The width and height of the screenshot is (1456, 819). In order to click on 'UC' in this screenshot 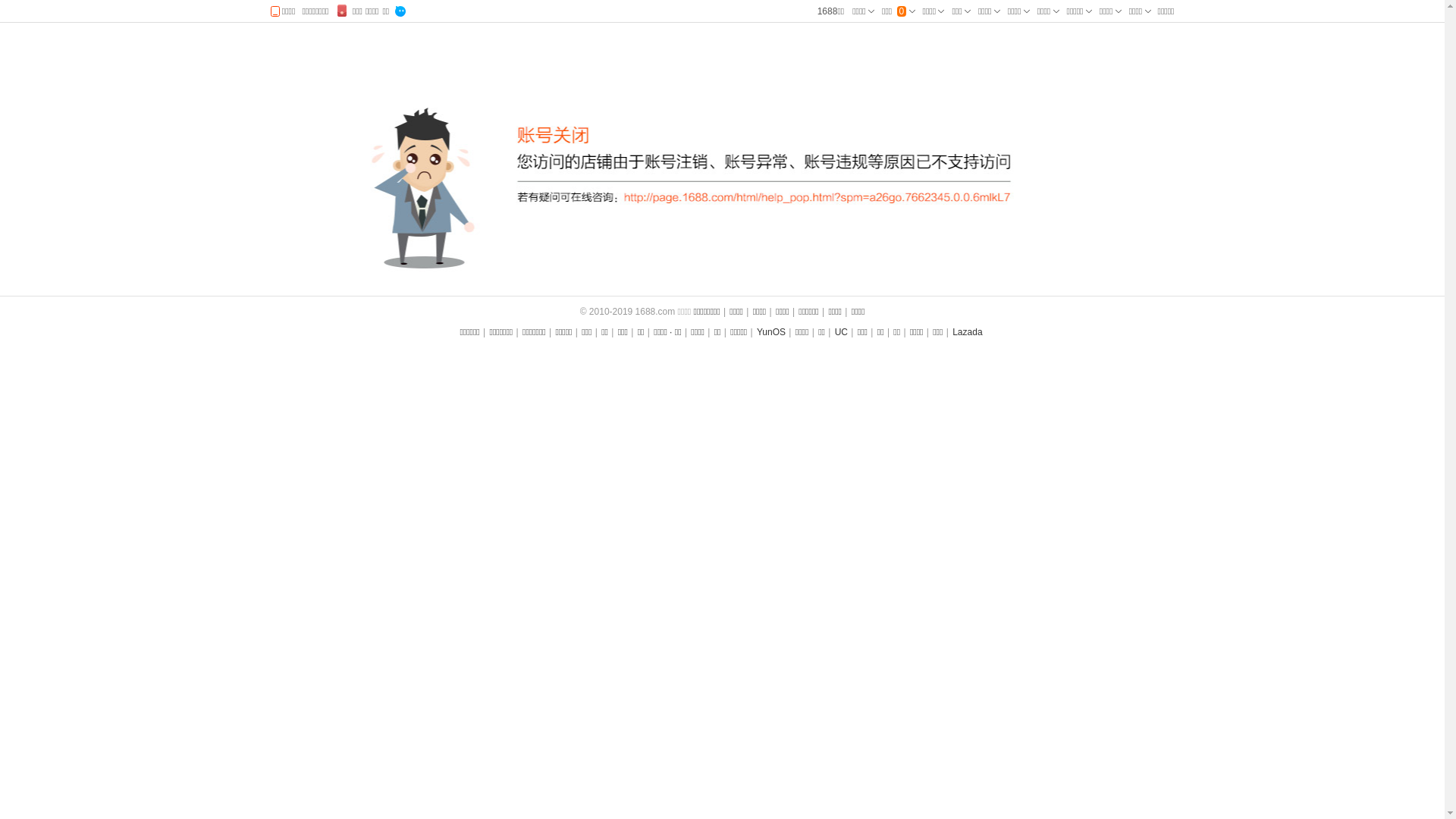, I will do `click(840, 331)`.